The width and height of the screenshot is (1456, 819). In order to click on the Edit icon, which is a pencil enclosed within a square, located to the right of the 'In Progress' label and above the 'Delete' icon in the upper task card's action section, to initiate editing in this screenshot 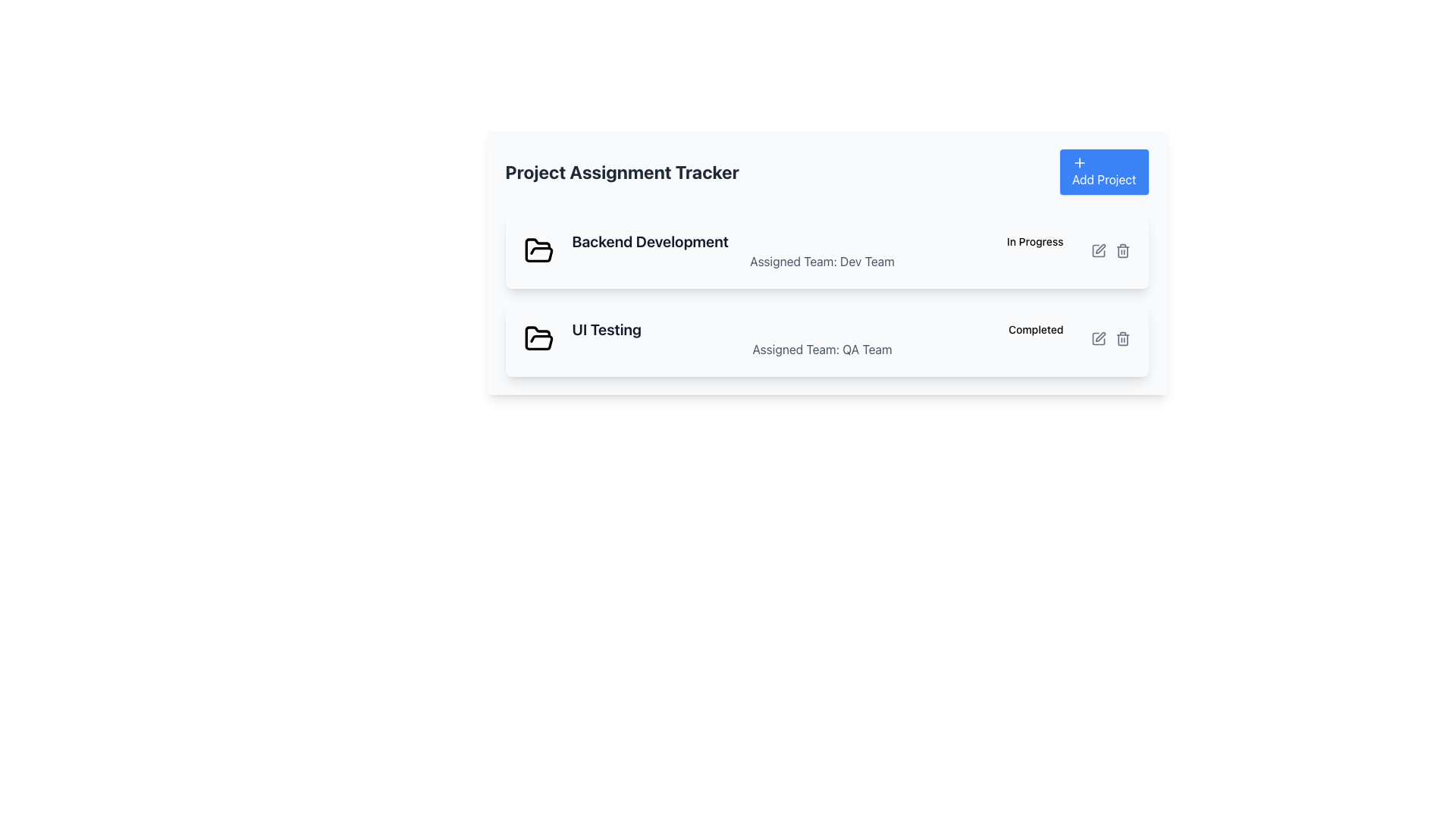, I will do `click(1098, 250)`.